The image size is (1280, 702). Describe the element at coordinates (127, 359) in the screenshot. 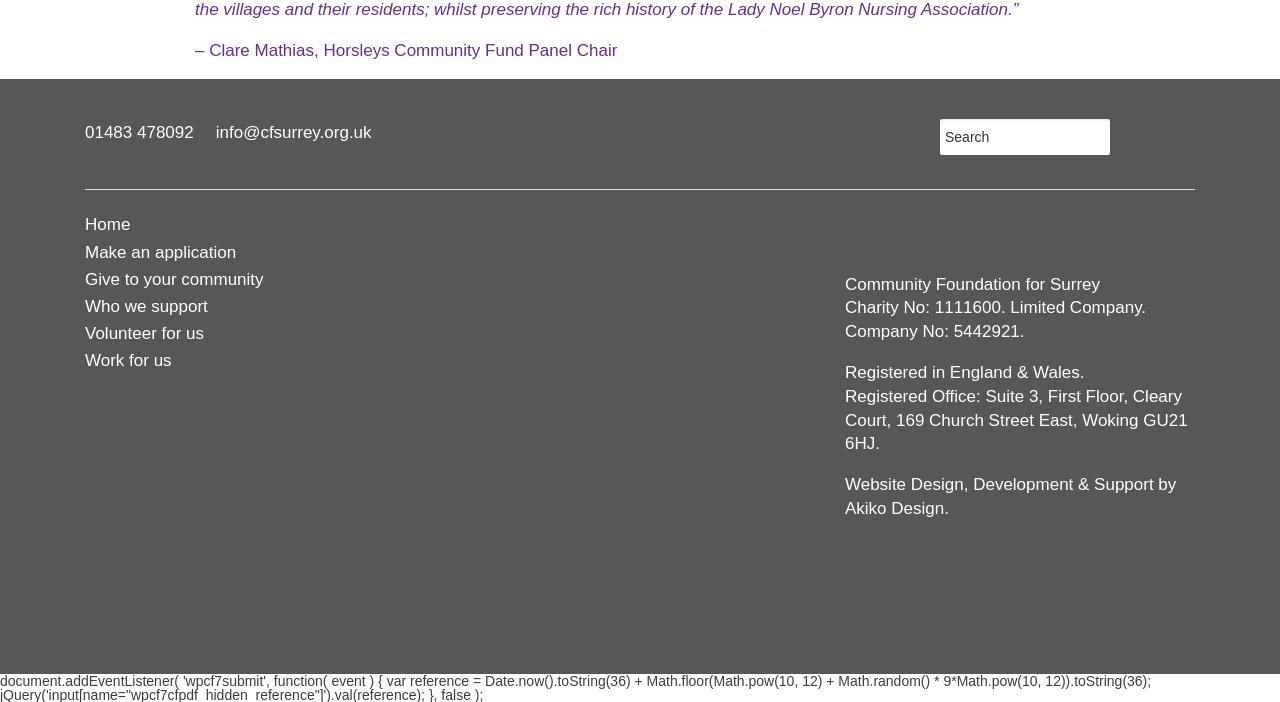

I see `'Work for us'` at that location.